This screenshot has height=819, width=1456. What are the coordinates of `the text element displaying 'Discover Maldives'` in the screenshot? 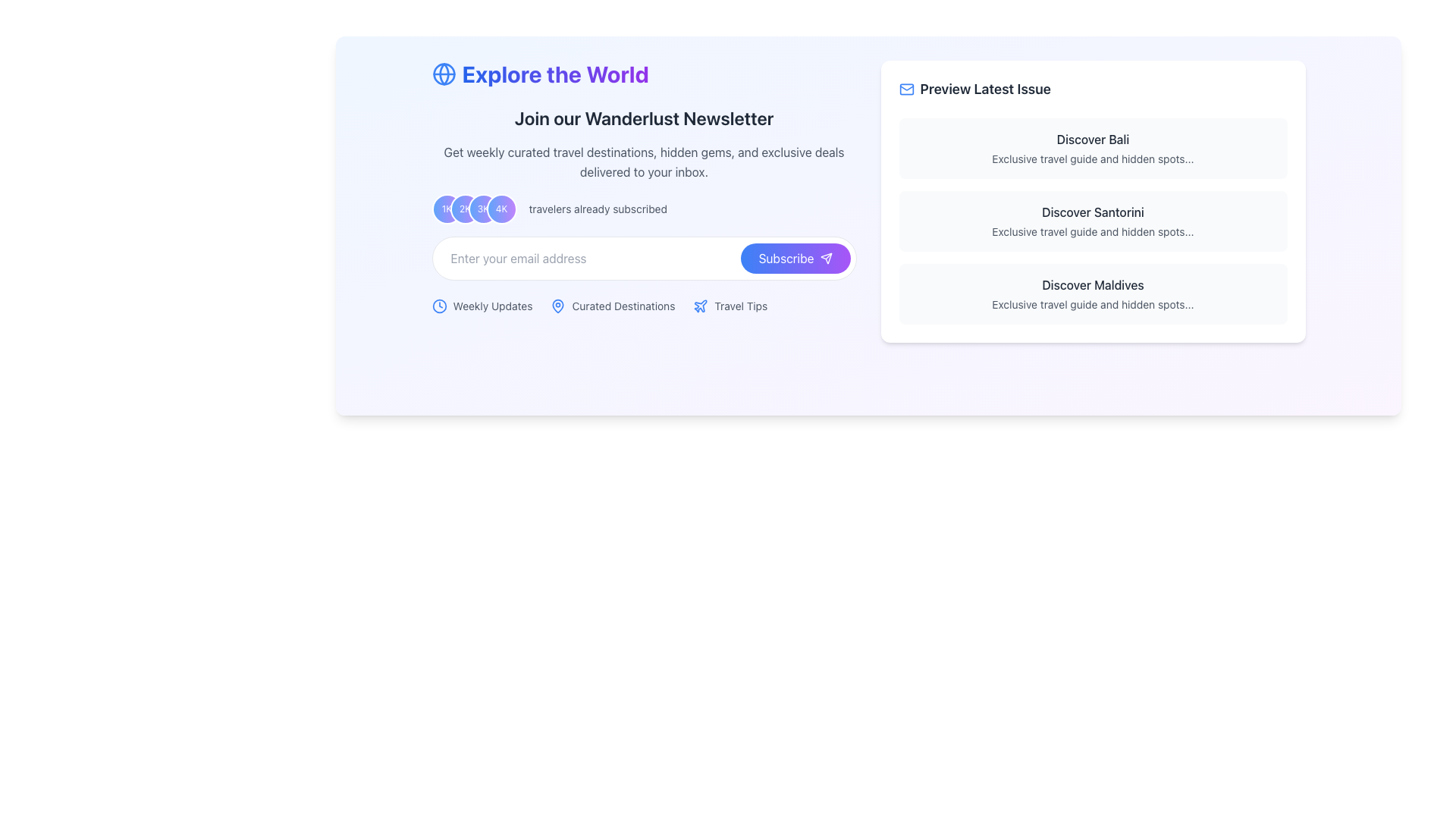 It's located at (1093, 284).